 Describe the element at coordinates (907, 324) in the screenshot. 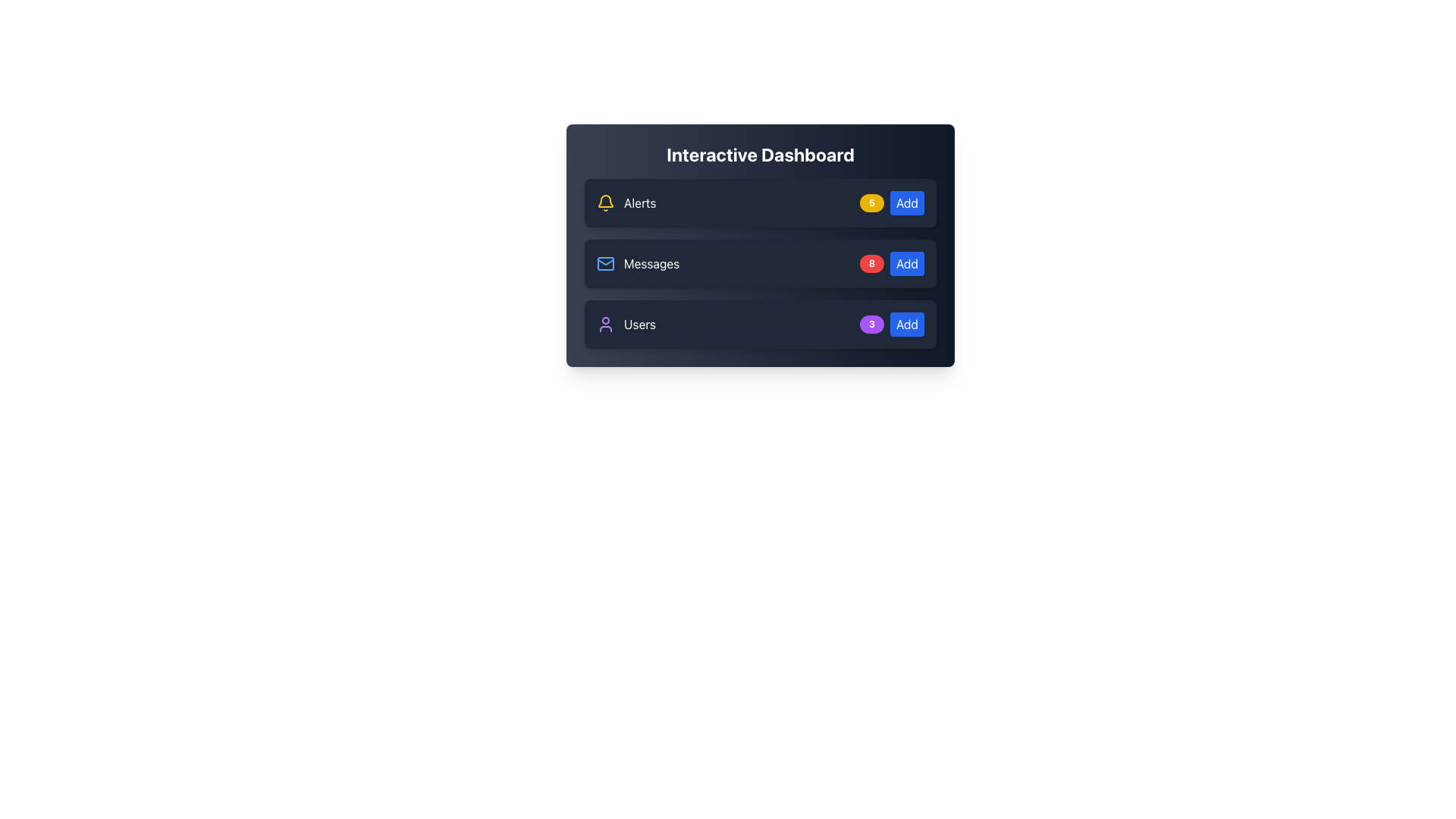

I see `the rectangular button with a blue background and the text 'Add' in white, located to the right of a purple circular label with the number '3'` at that location.